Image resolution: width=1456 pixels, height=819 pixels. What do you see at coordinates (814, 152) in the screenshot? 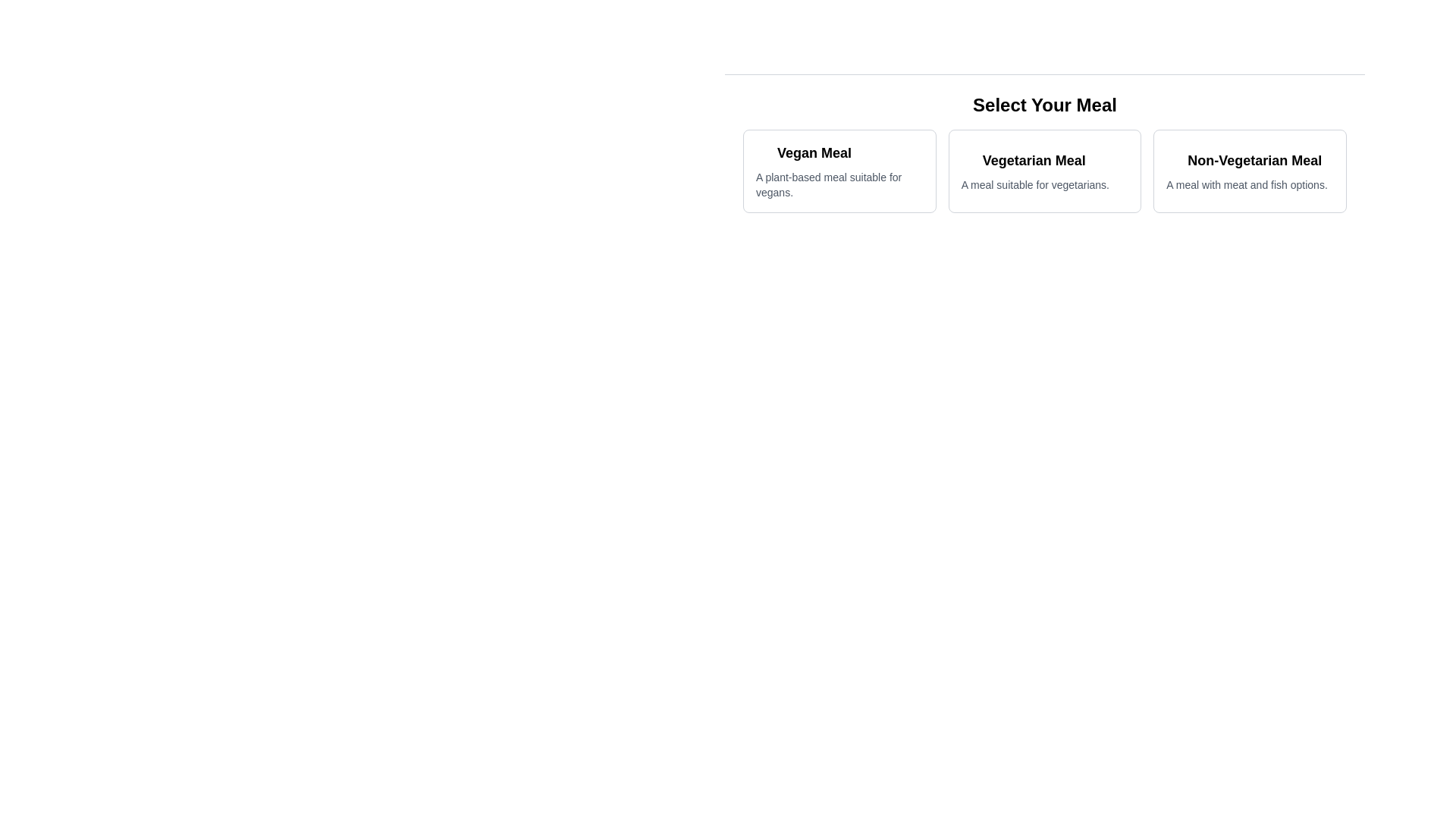
I see `text label that reads 'Vegan Meal', positioned at the top-left corner of the vegan meal card` at bounding box center [814, 152].